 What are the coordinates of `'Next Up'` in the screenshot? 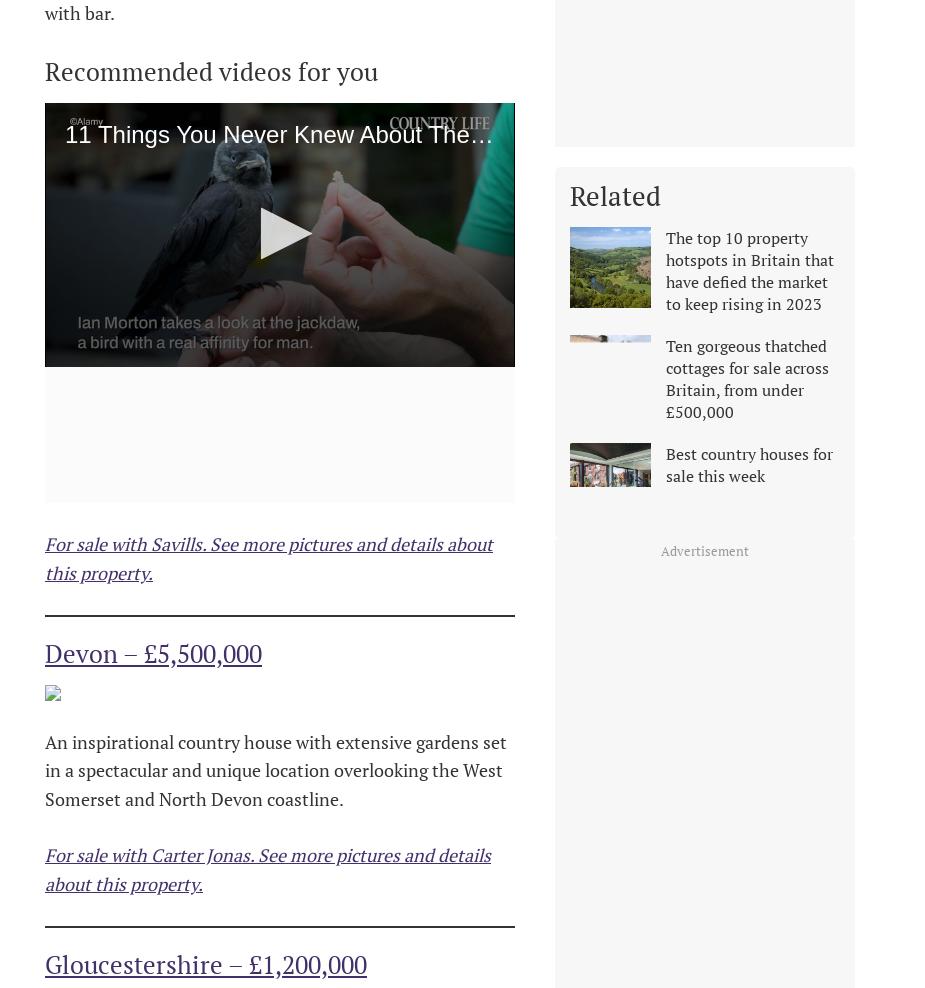 It's located at (350, 222).